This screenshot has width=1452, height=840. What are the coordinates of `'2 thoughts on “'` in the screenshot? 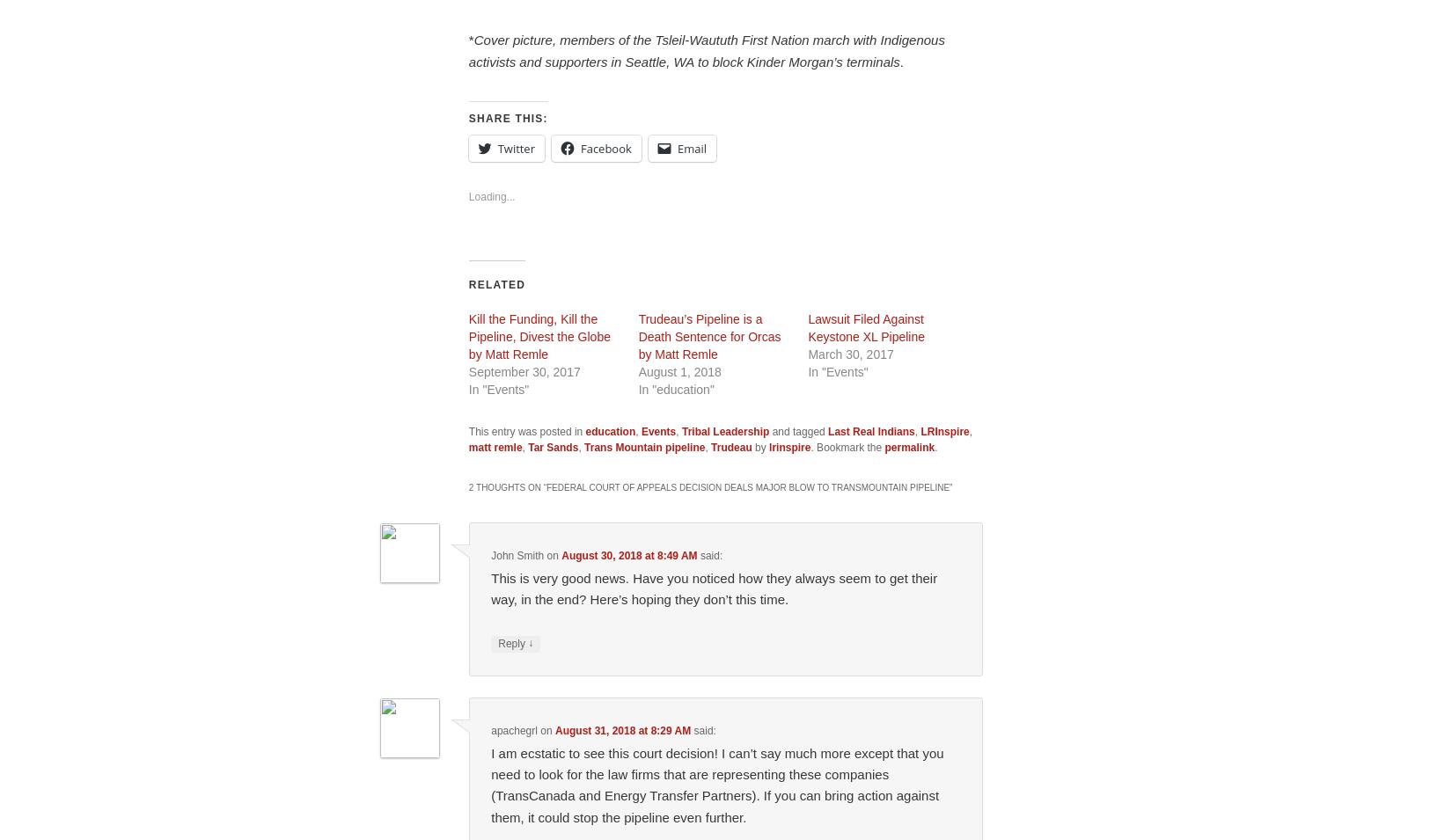 It's located at (506, 486).